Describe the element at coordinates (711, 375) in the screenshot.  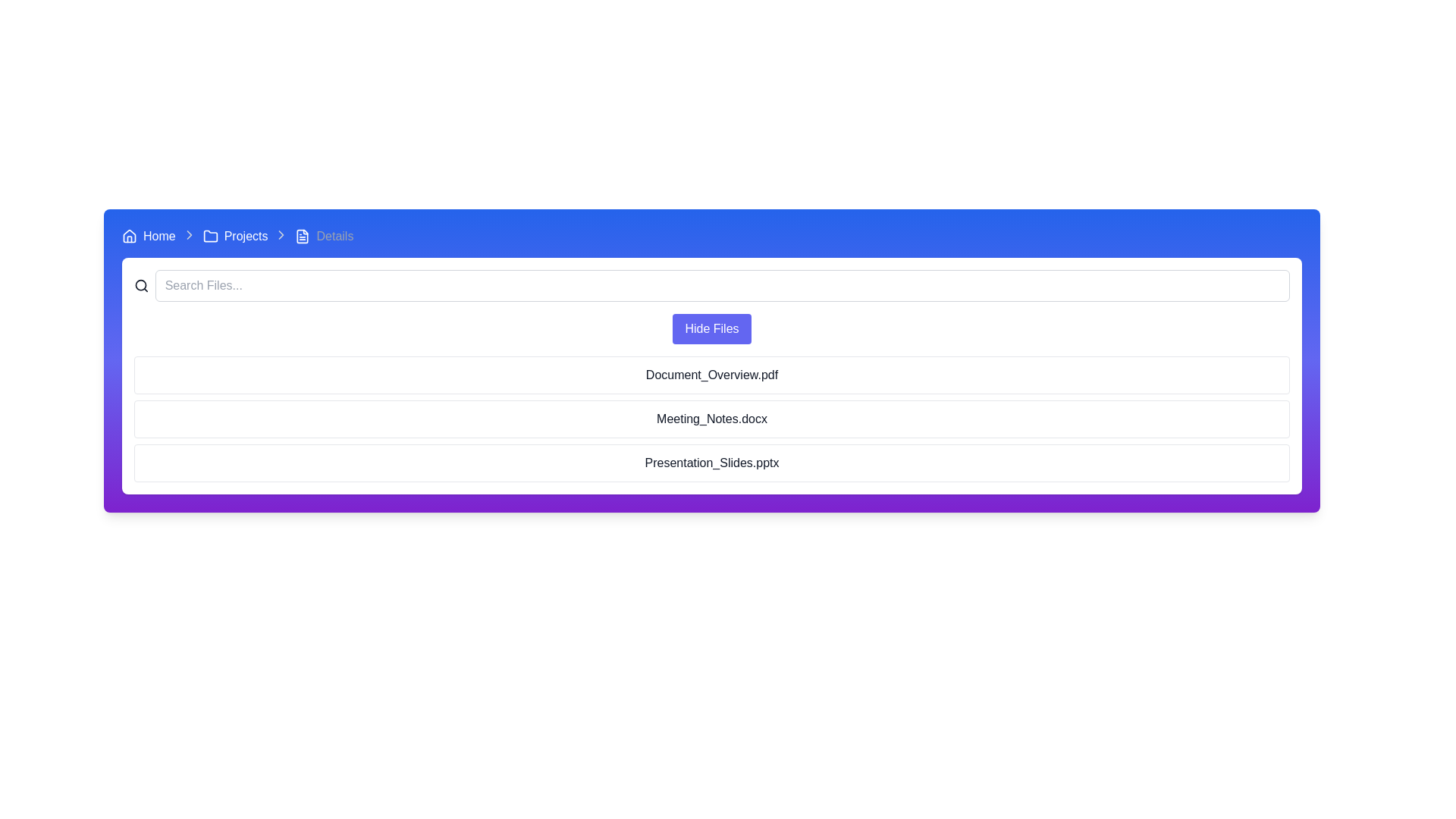
I see `the text label displaying 'Document_Overview.pdf', which is the first item in a vertically stacked list of documents` at that location.